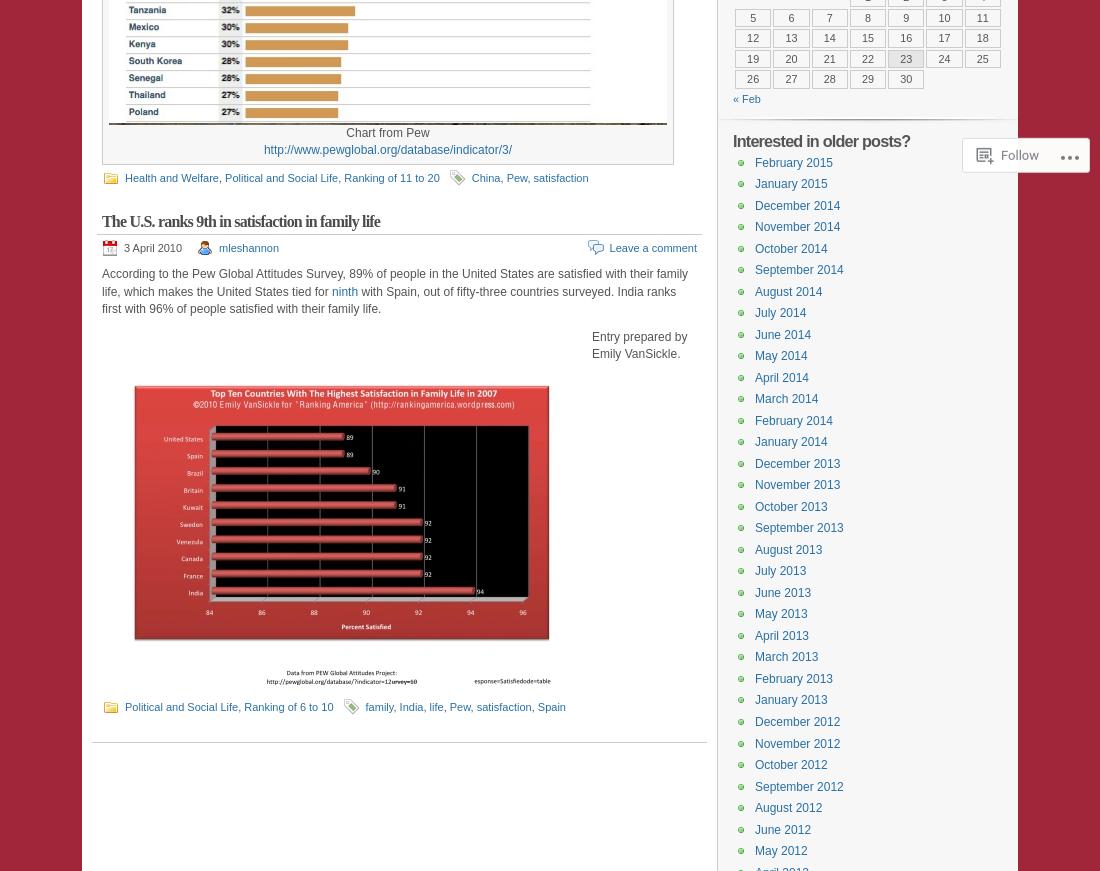  What do you see at coordinates (799, 785) in the screenshot?
I see `'September 2012'` at bounding box center [799, 785].